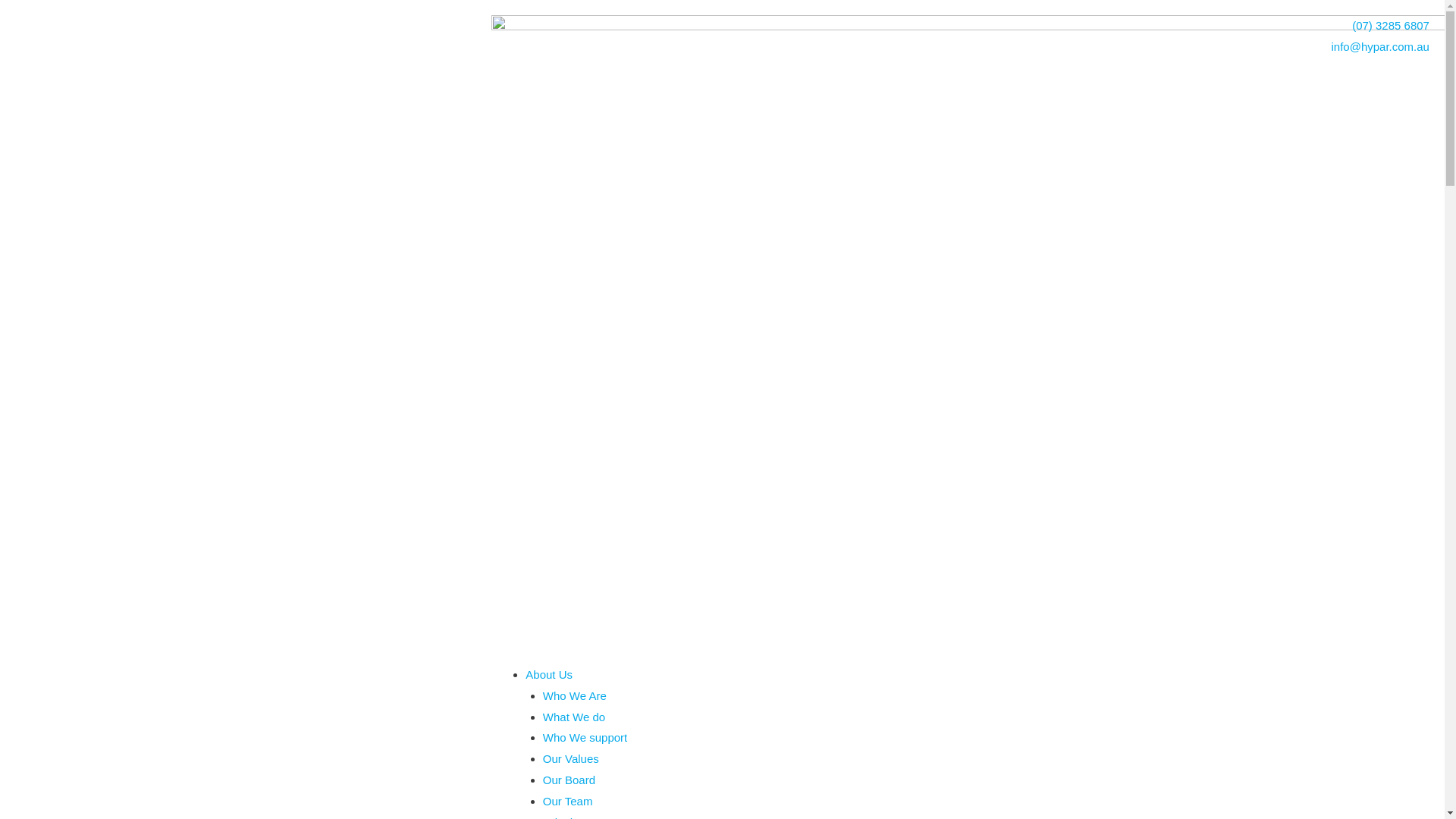 This screenshot has width=1456, height=819. Describe the element at coordinates (548, 673) in the screenshot. I see `'About Us'` at that location.